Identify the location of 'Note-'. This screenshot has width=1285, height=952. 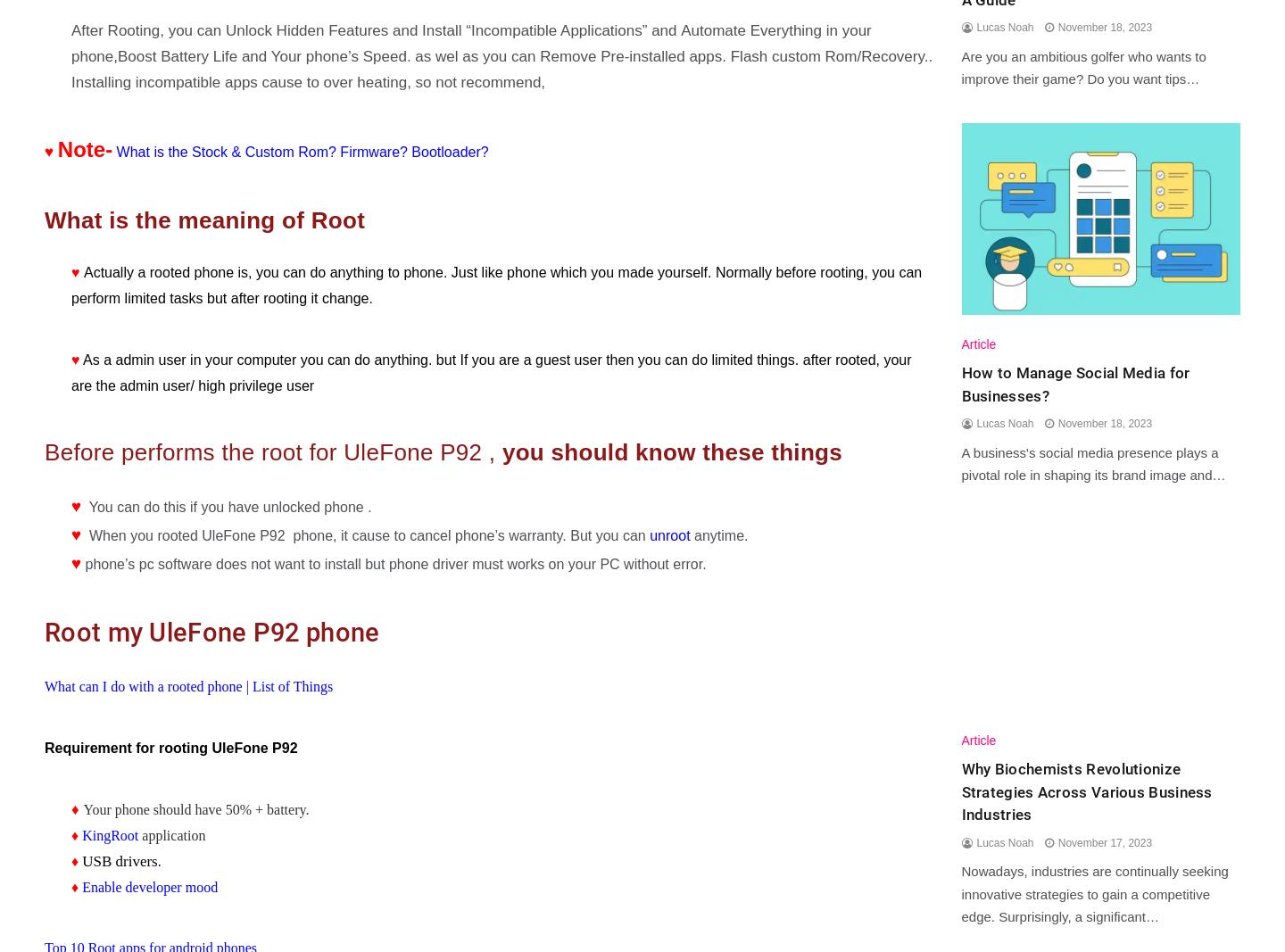
(85, 147).